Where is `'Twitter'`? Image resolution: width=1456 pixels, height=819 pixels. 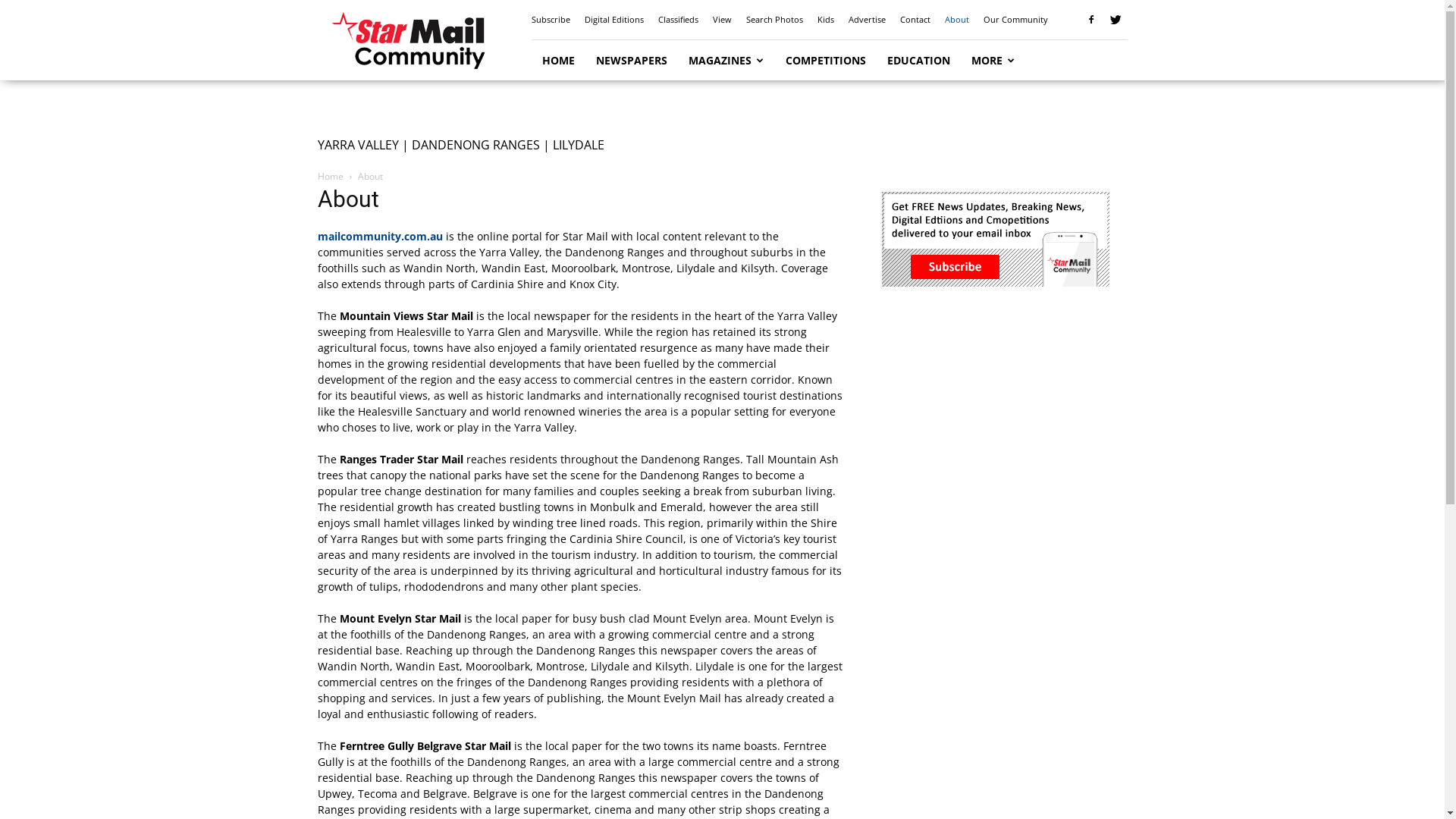 'Twitter' is located at coordinates (1115, 20).